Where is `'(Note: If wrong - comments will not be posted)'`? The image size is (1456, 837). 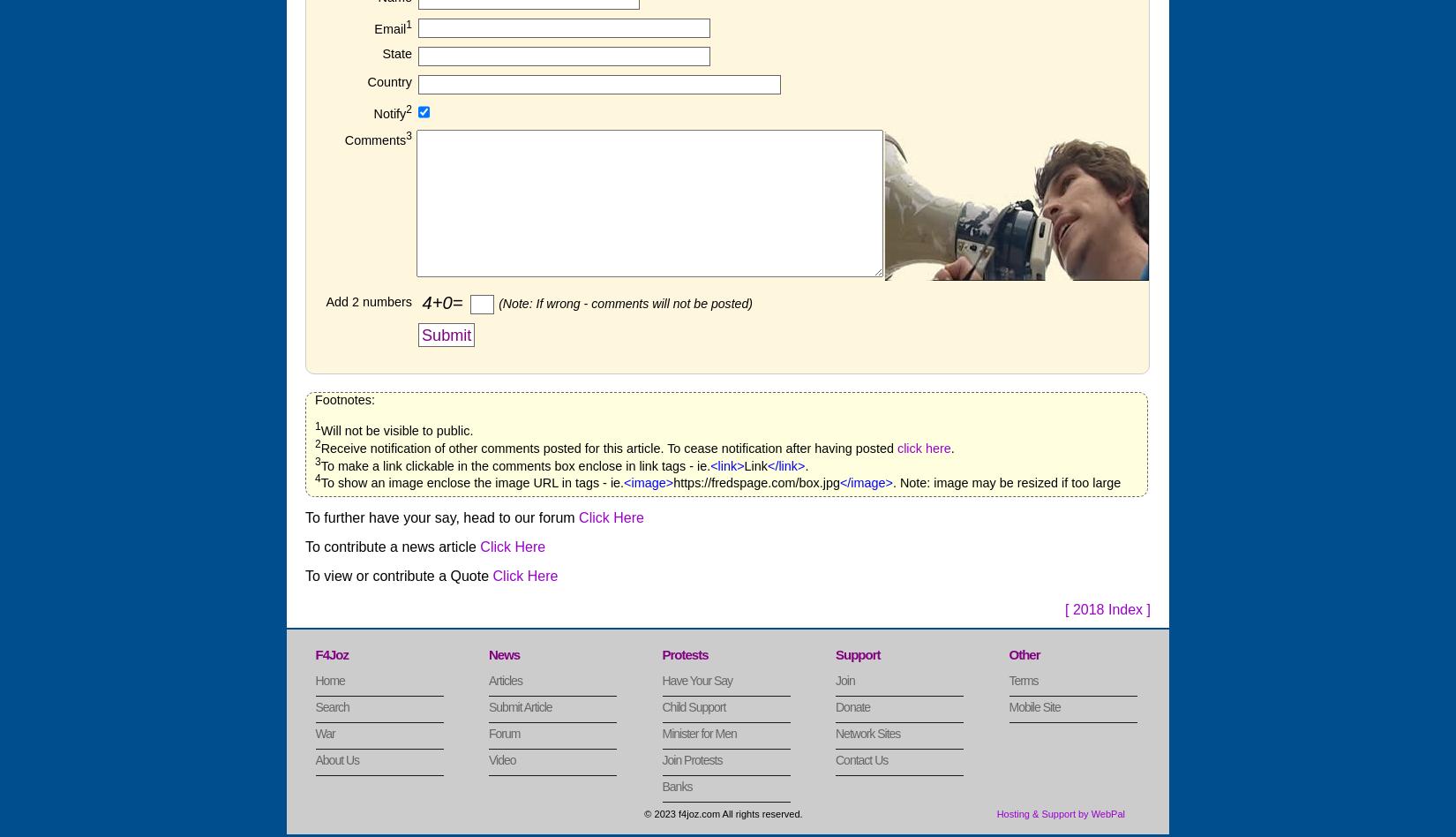 '(Note: If wrong - comments will not be posted)' is located at coordinates (624, 302).